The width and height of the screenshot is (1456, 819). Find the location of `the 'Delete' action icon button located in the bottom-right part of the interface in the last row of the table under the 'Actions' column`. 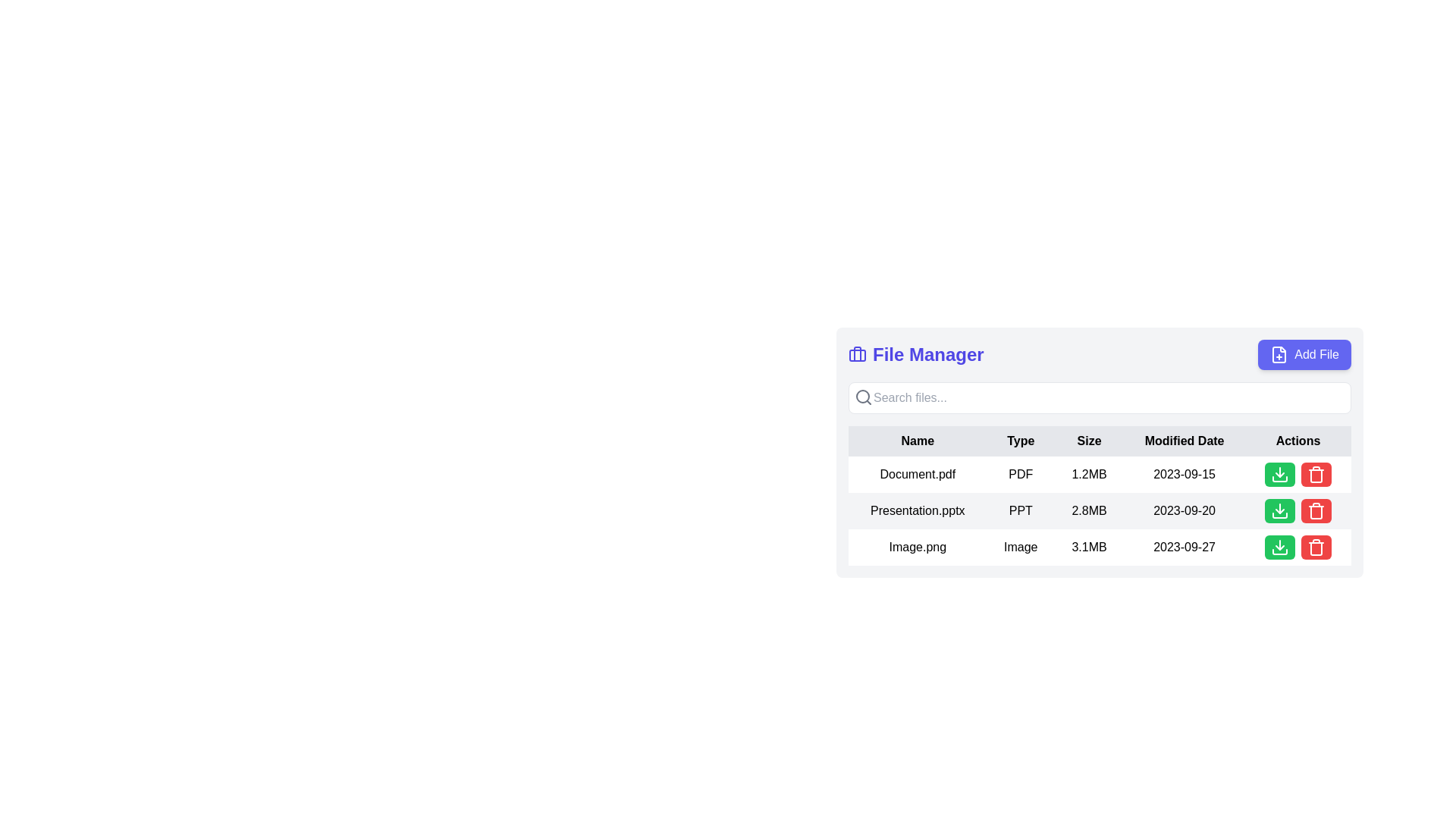

the 'Delete' action icon button located in the bottom-right part of the interface in the last row of the table under the 'Actions' column is located at coordinates (1316, 473).